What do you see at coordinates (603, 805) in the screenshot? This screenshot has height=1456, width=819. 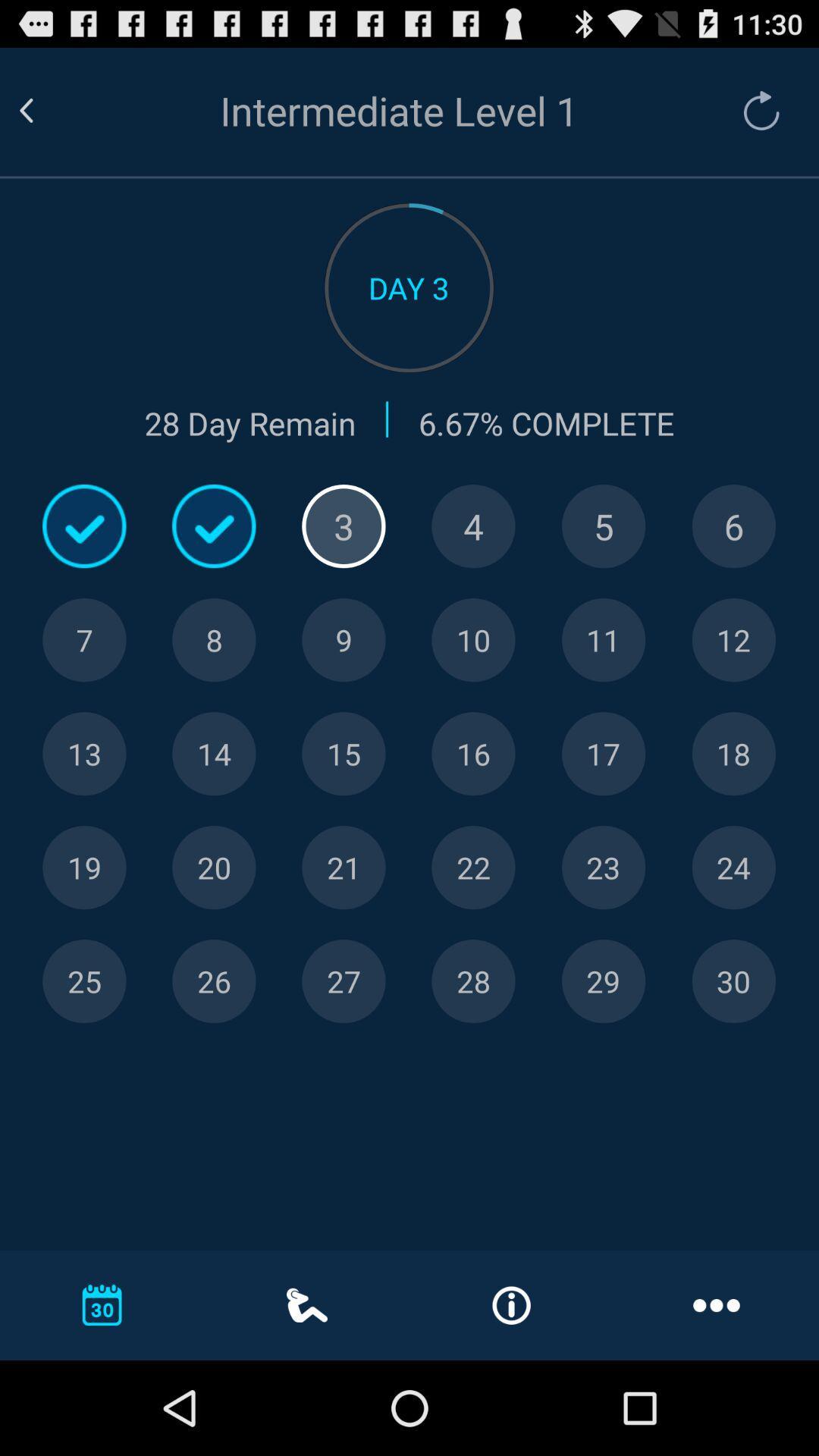 I see `the navigation icon` at bounding box center [603, 805].